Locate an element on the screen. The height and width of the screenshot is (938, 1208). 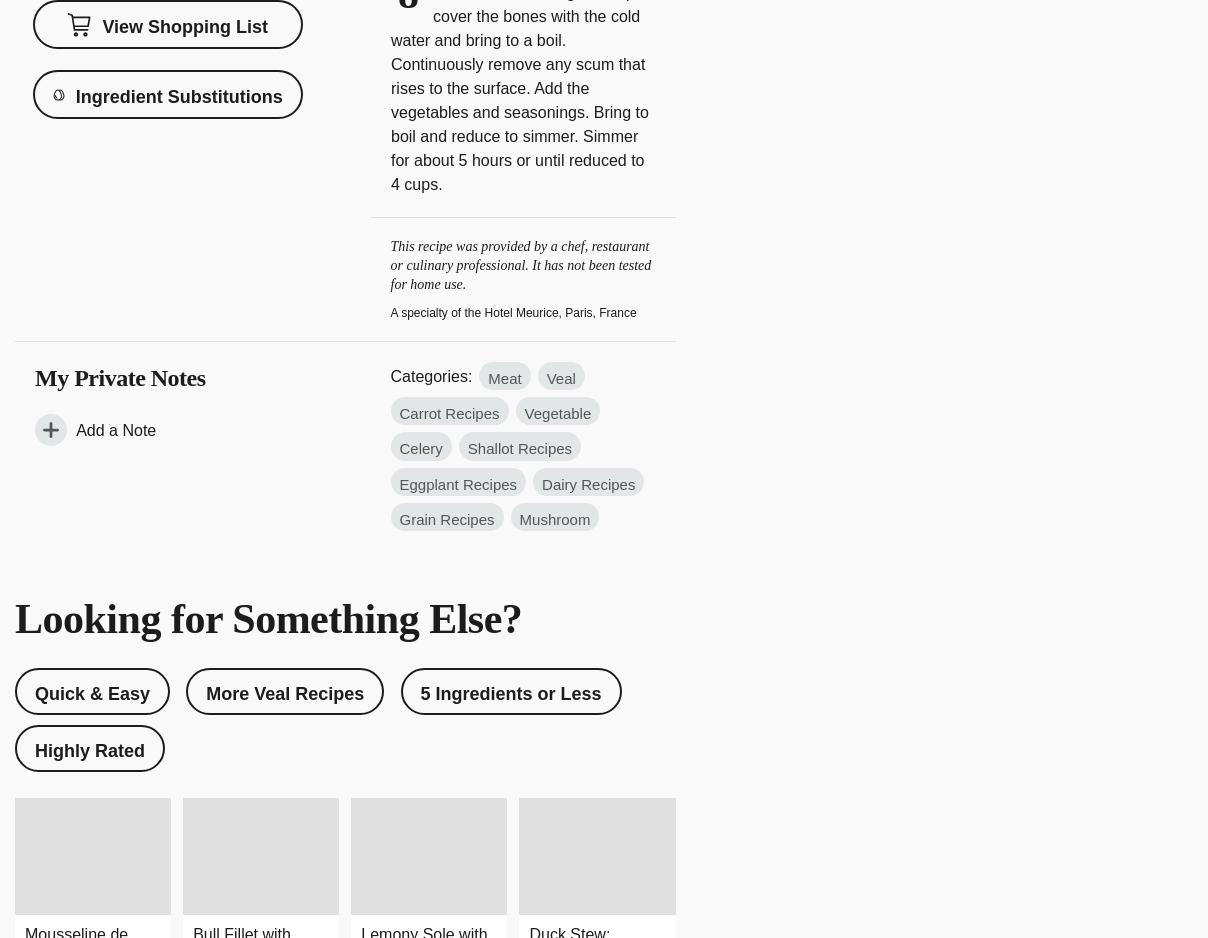
'Highly Rated' is located at coordinates (88, 750).